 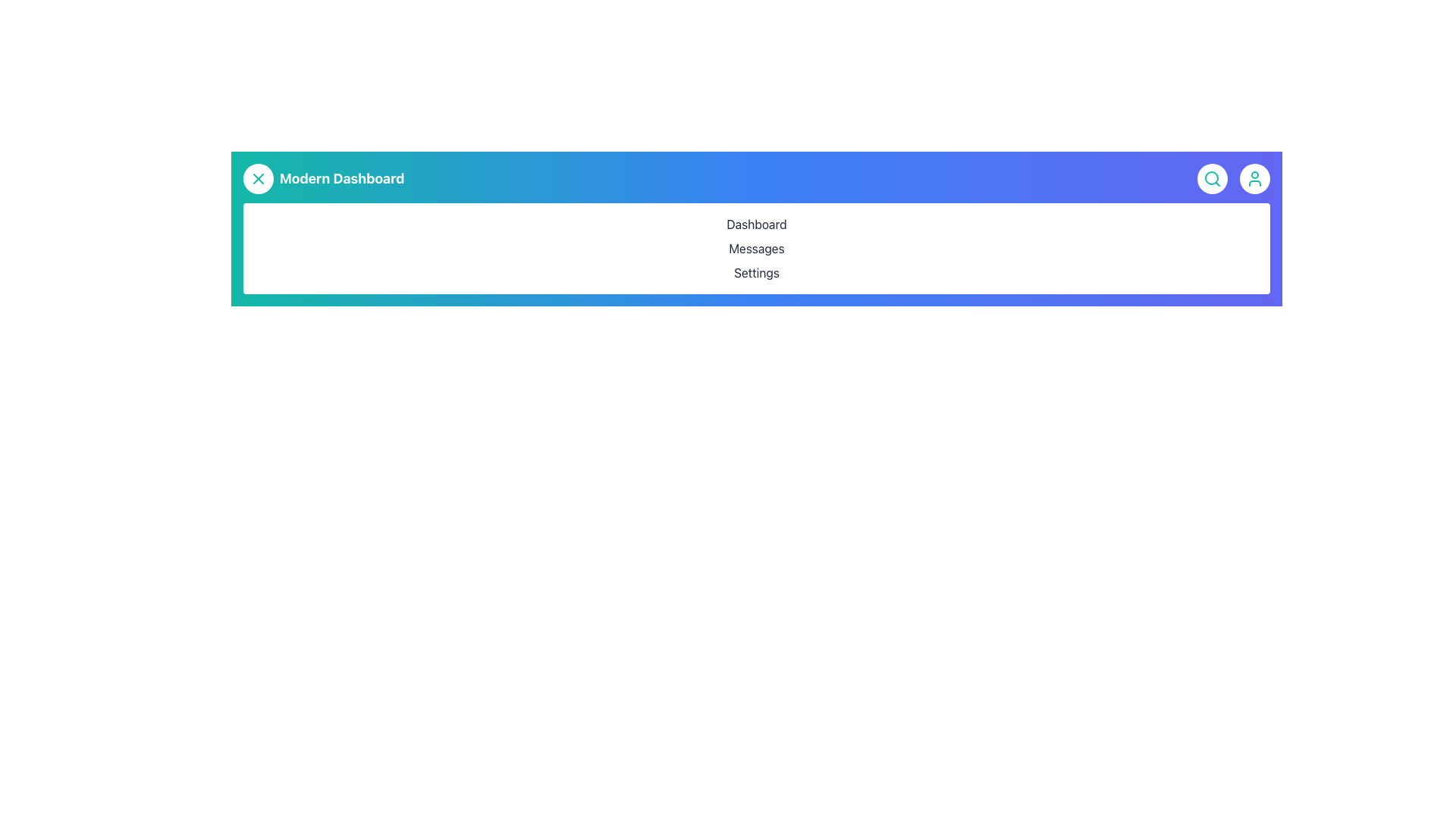 I want to click on the 'Dashboard' text label, which is the first item in a vertical list containing 'Messages' and 'Settings', located in the middle-top area of the page, so click(x=757, y=224).